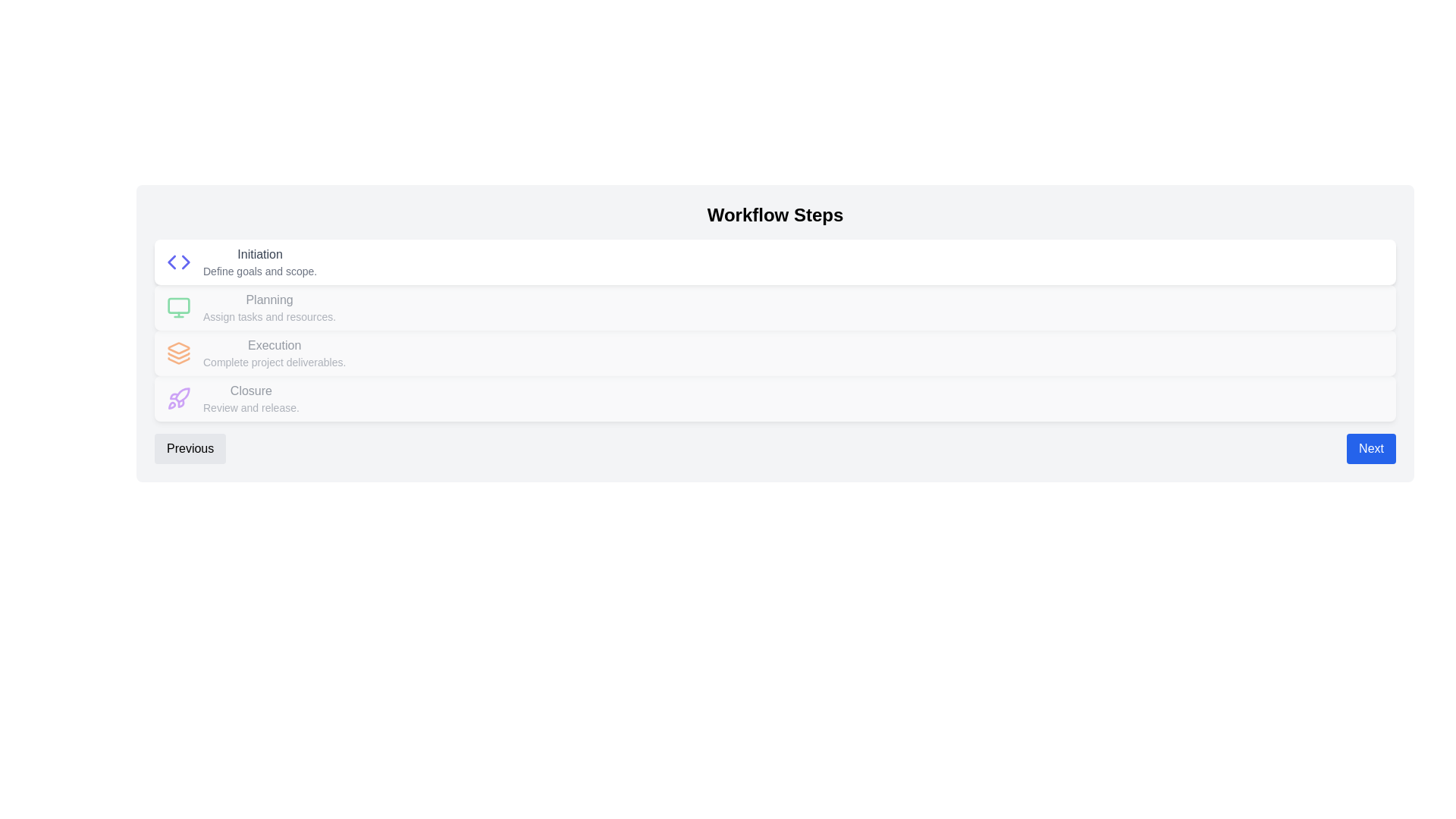 The height and width of the screenshot is (819, 1456). I want to click on the 'Execution' text label in the Workflow Steps, which provides the instruction 'Complete project deliverables.', so click(275, 353).